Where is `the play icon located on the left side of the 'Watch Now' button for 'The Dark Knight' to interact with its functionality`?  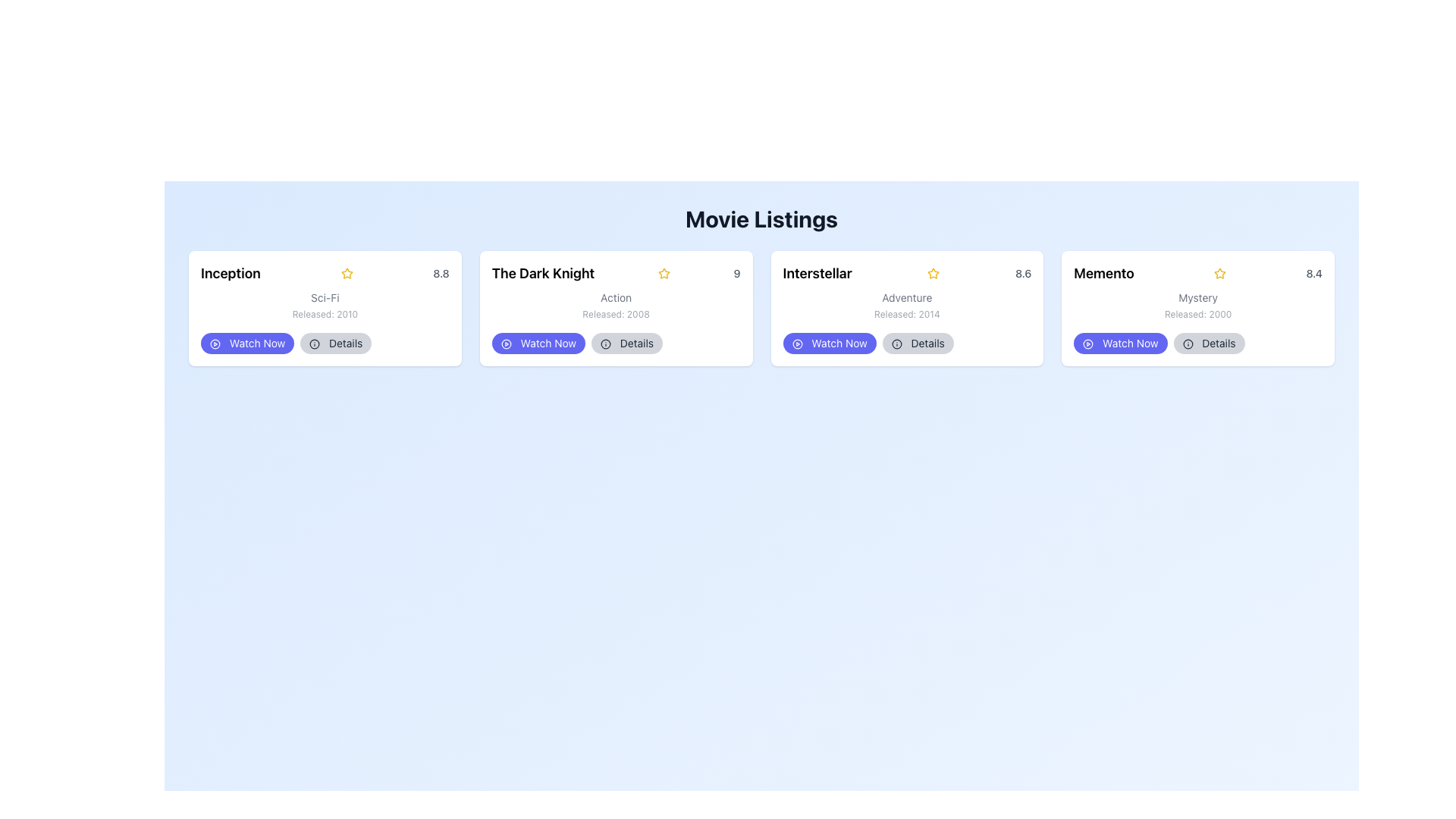
the play icon located on the left side of the 'Watch Now' button for 'The Dark Knight' to interact with its functionality is located at coordinates (506, 344).